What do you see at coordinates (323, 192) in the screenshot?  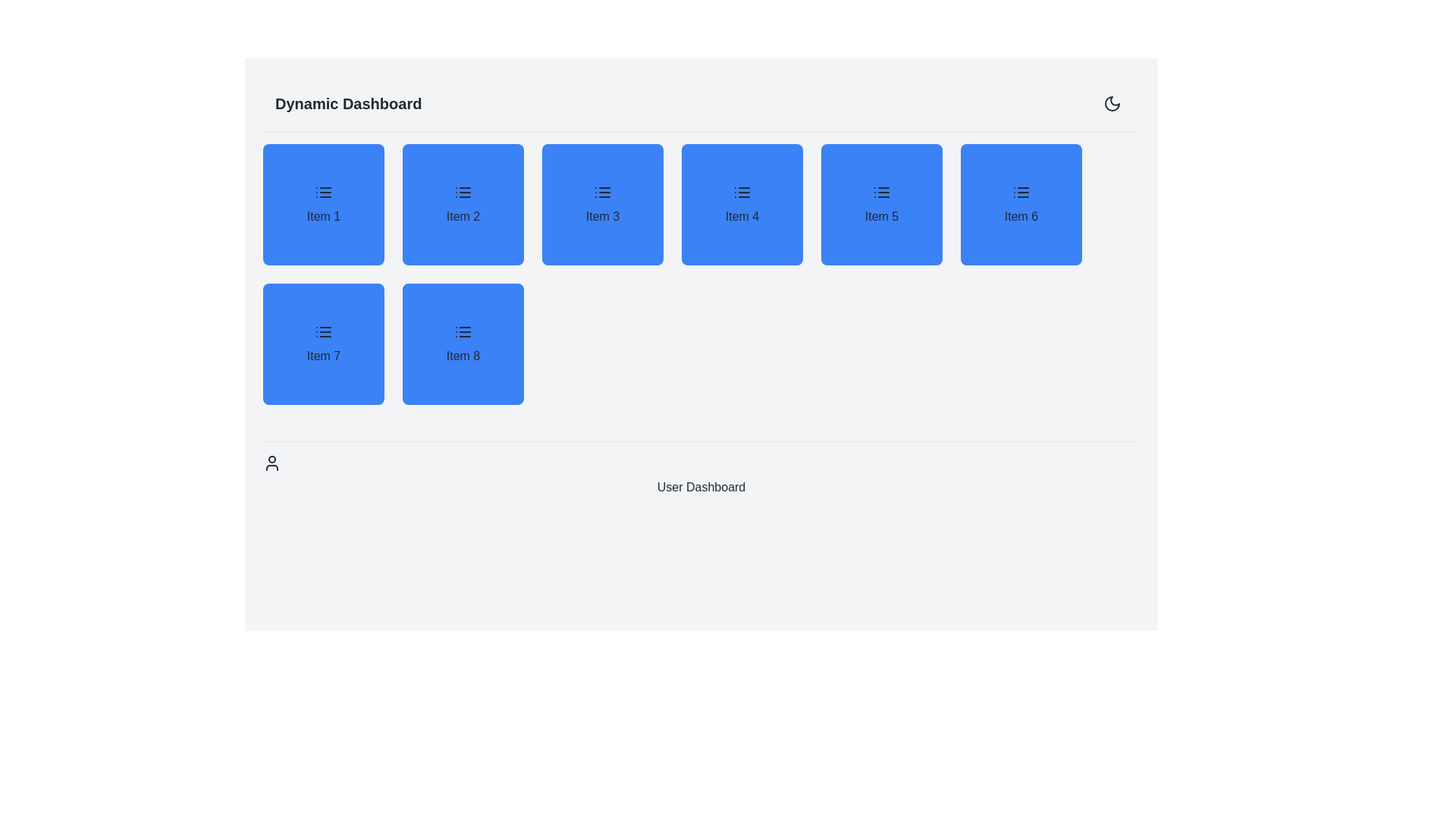 I see `the icon represented by three horizontal lines inside the blue square tile labeled 'Item 1', located centrally in the first tile of the grid under 'Dynamic Dashboard'` at bounding box center [323, 192].